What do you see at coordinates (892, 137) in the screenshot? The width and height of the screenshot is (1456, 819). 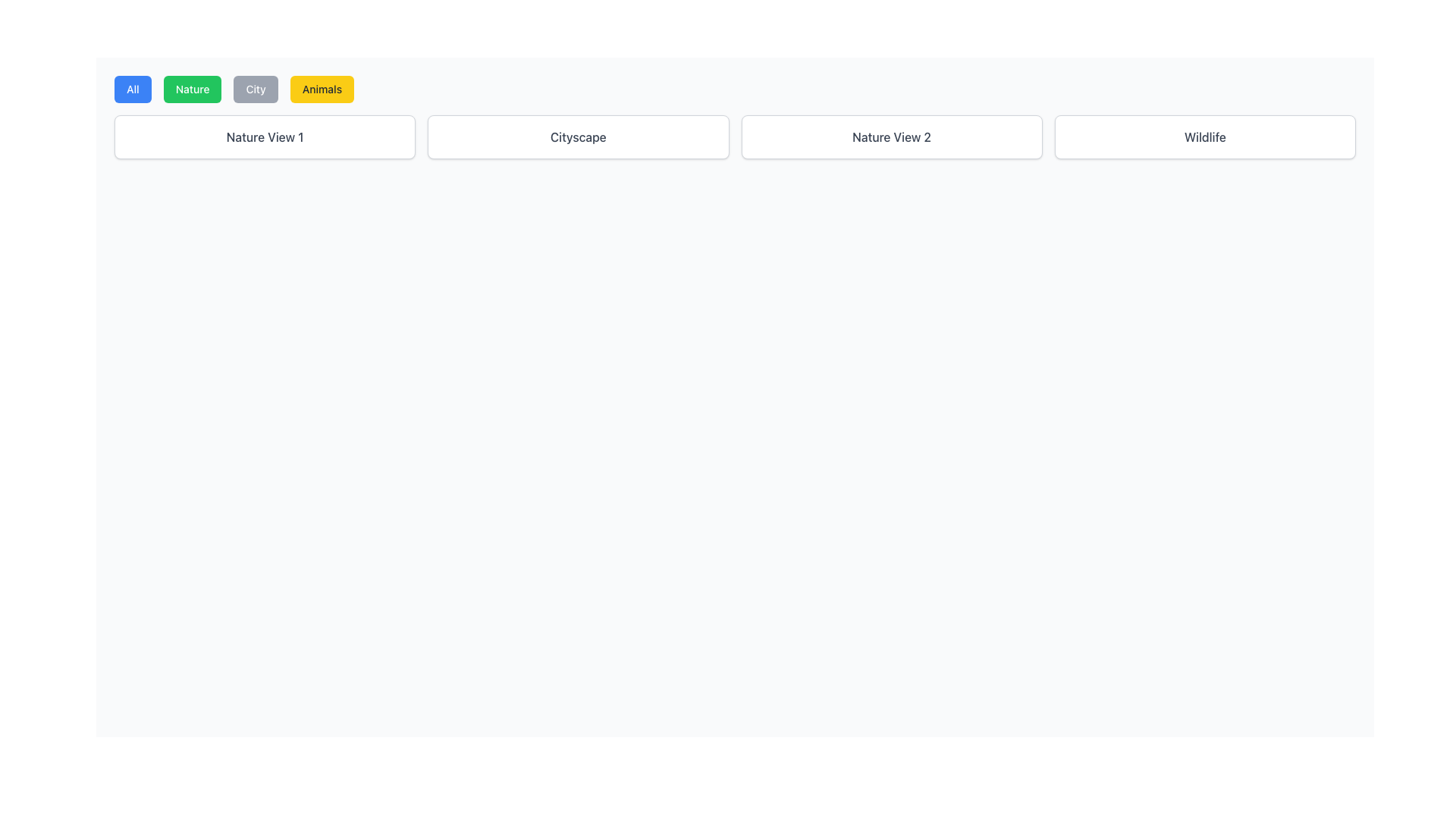 I see `the button associated with the category 'Nature View 2'` at bounding box center [892, 137].